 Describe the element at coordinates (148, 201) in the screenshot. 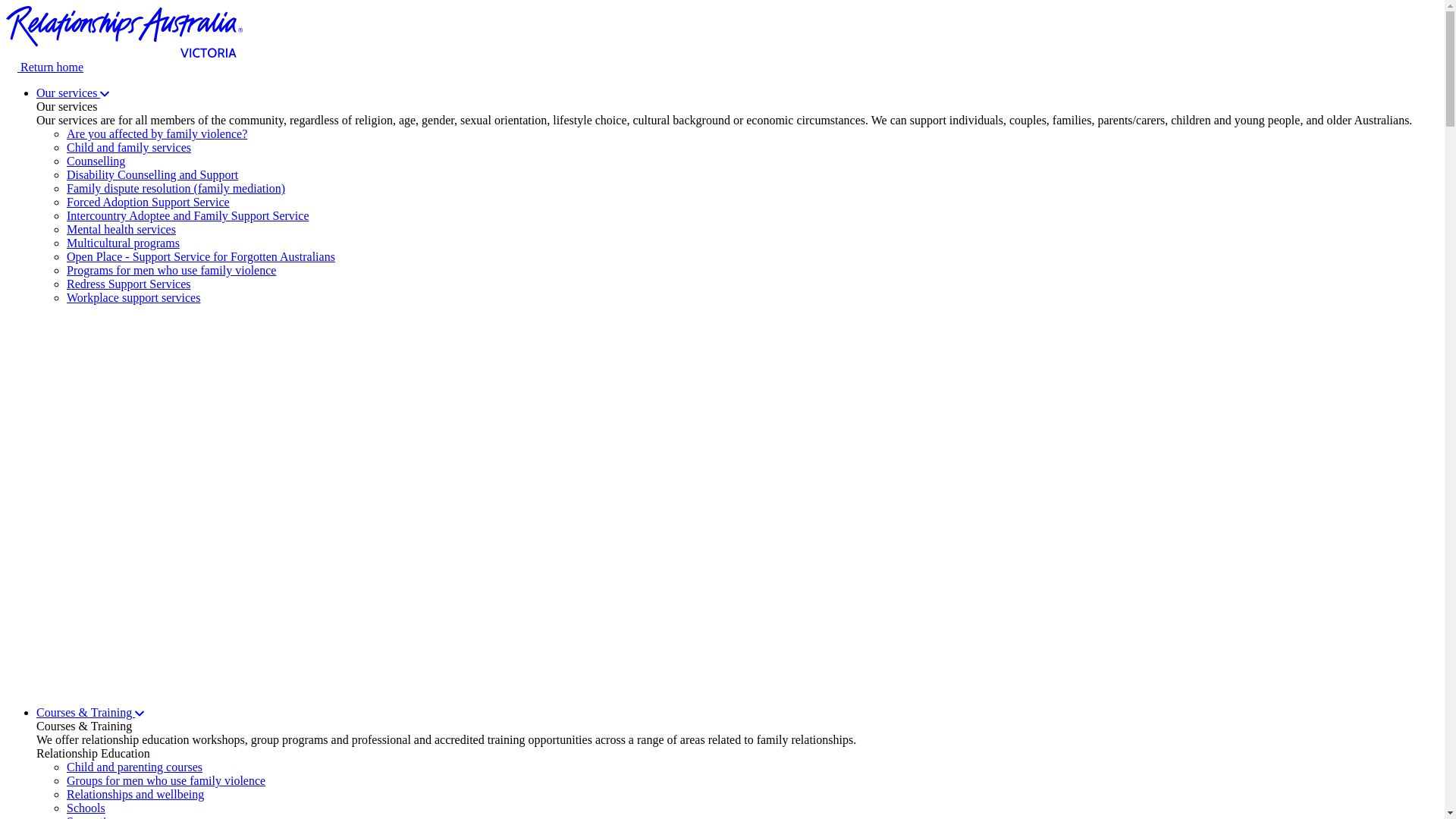

I see `'Forced Adoption Support Service'` at that location.